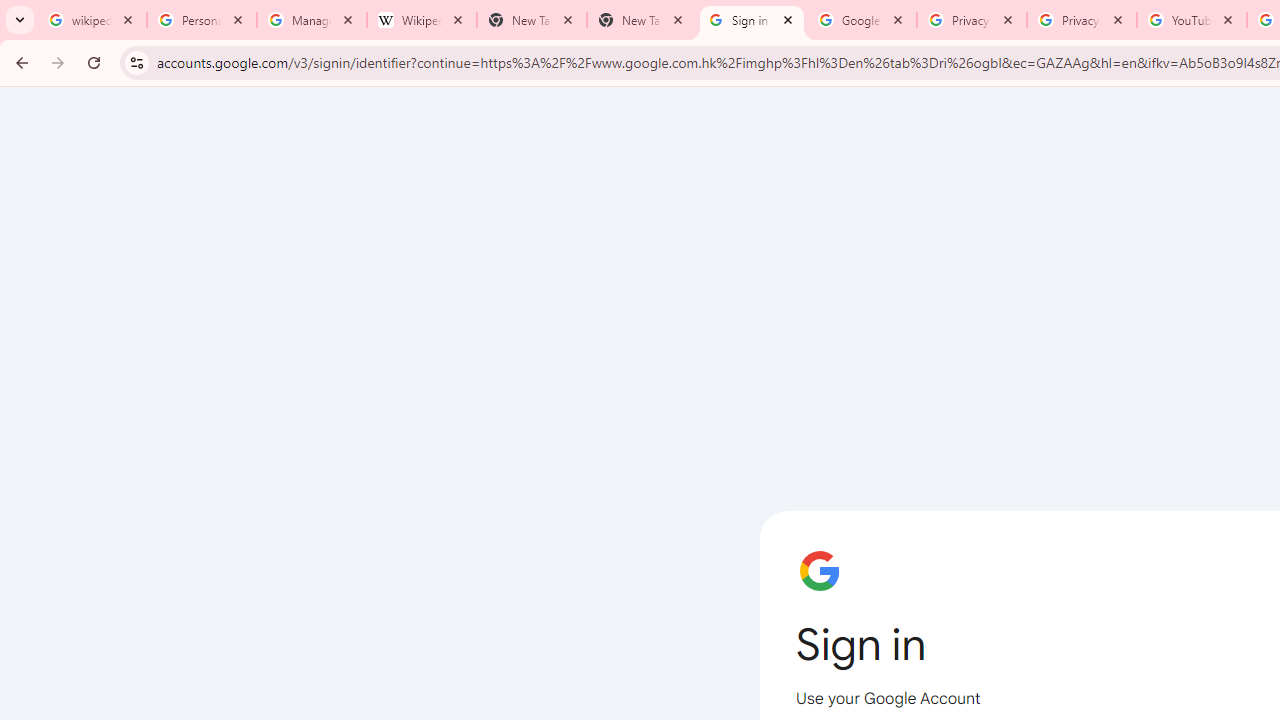 This screenshot has height=720, width=1280. What do you see at coordinates (642, 20) in the screenshot?
I see `'New Tab'` at bounding box center [642, 20].